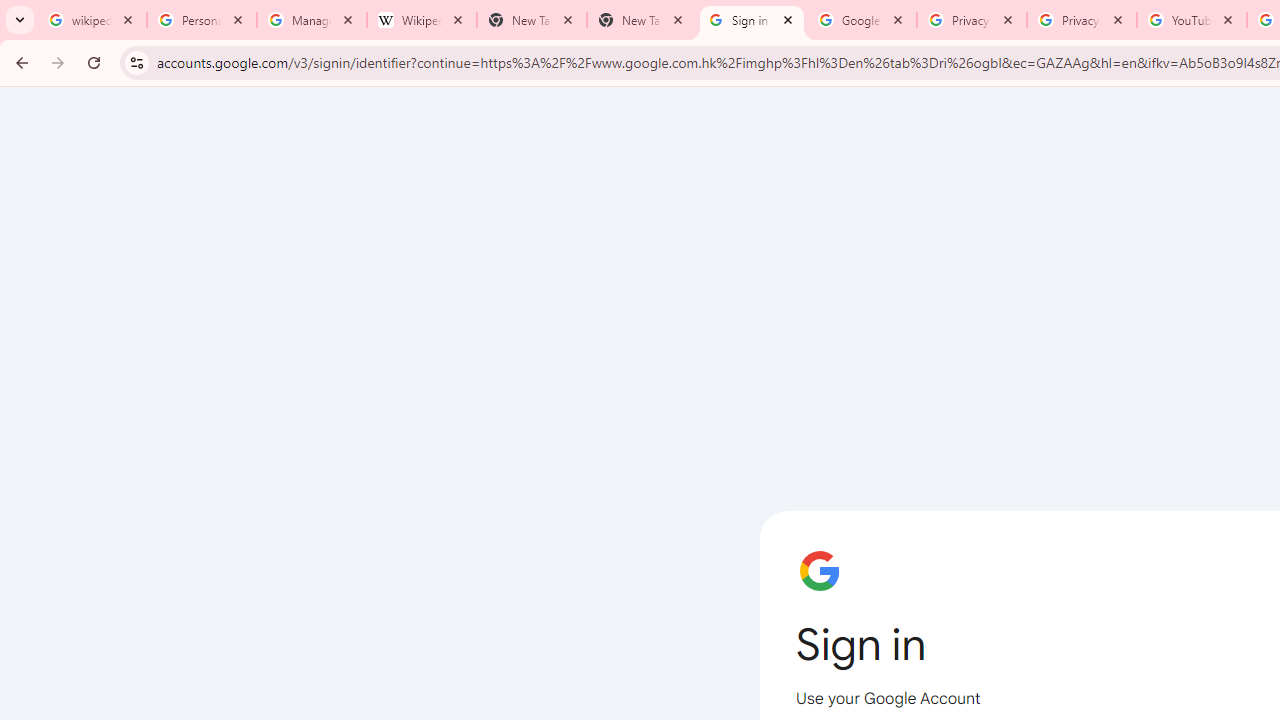 This screenshot has height=720, width=1280. What do you see at coordinates (642, 20) in the screenshot?
I see `'New Tab'` at bounding box center [642, 20].